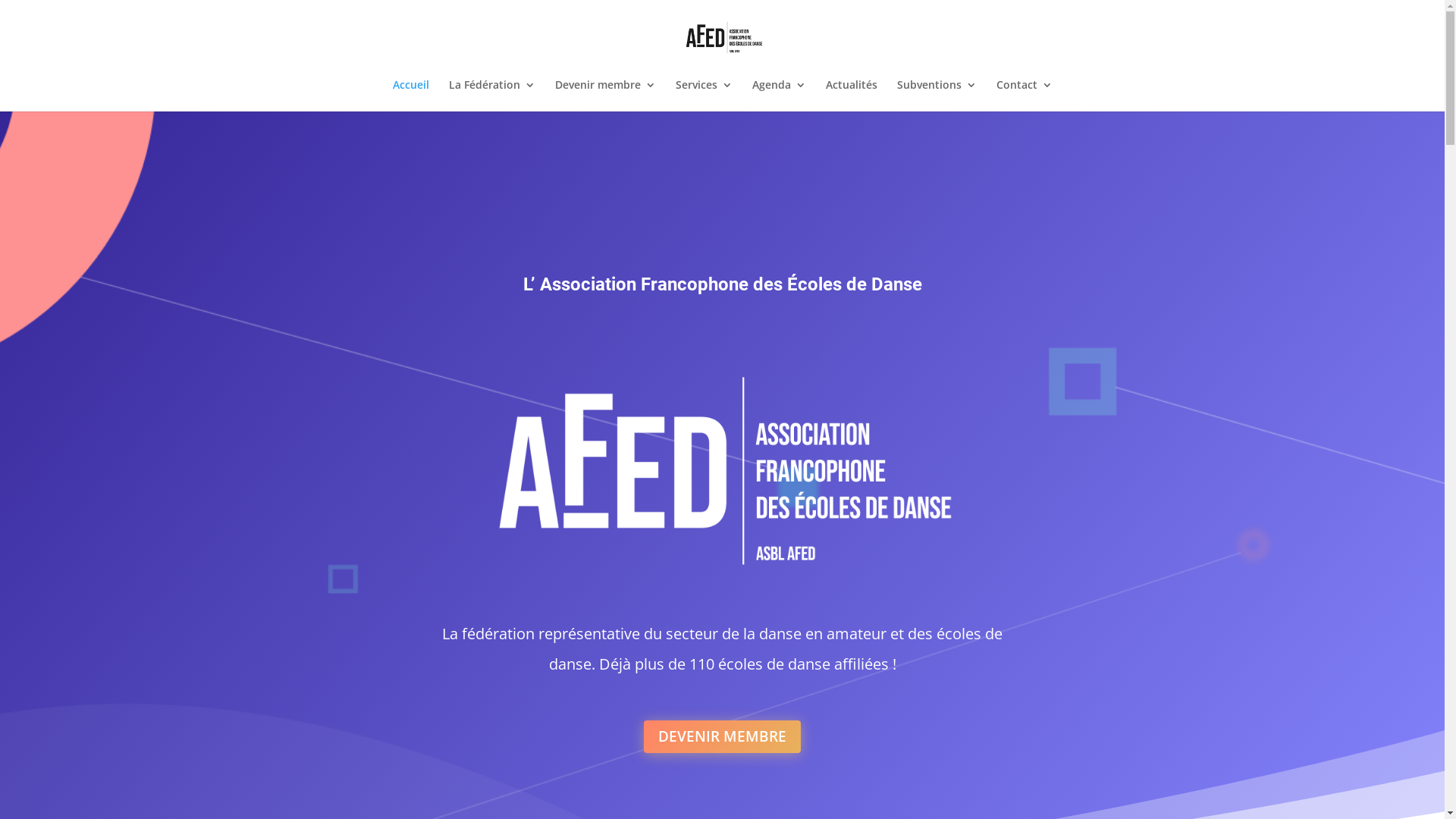 The width and height of the screenshot is (1456, 819). Describe the element at coordinates (411, 96) in the screenshot. I see `'Accueil'` at that location.